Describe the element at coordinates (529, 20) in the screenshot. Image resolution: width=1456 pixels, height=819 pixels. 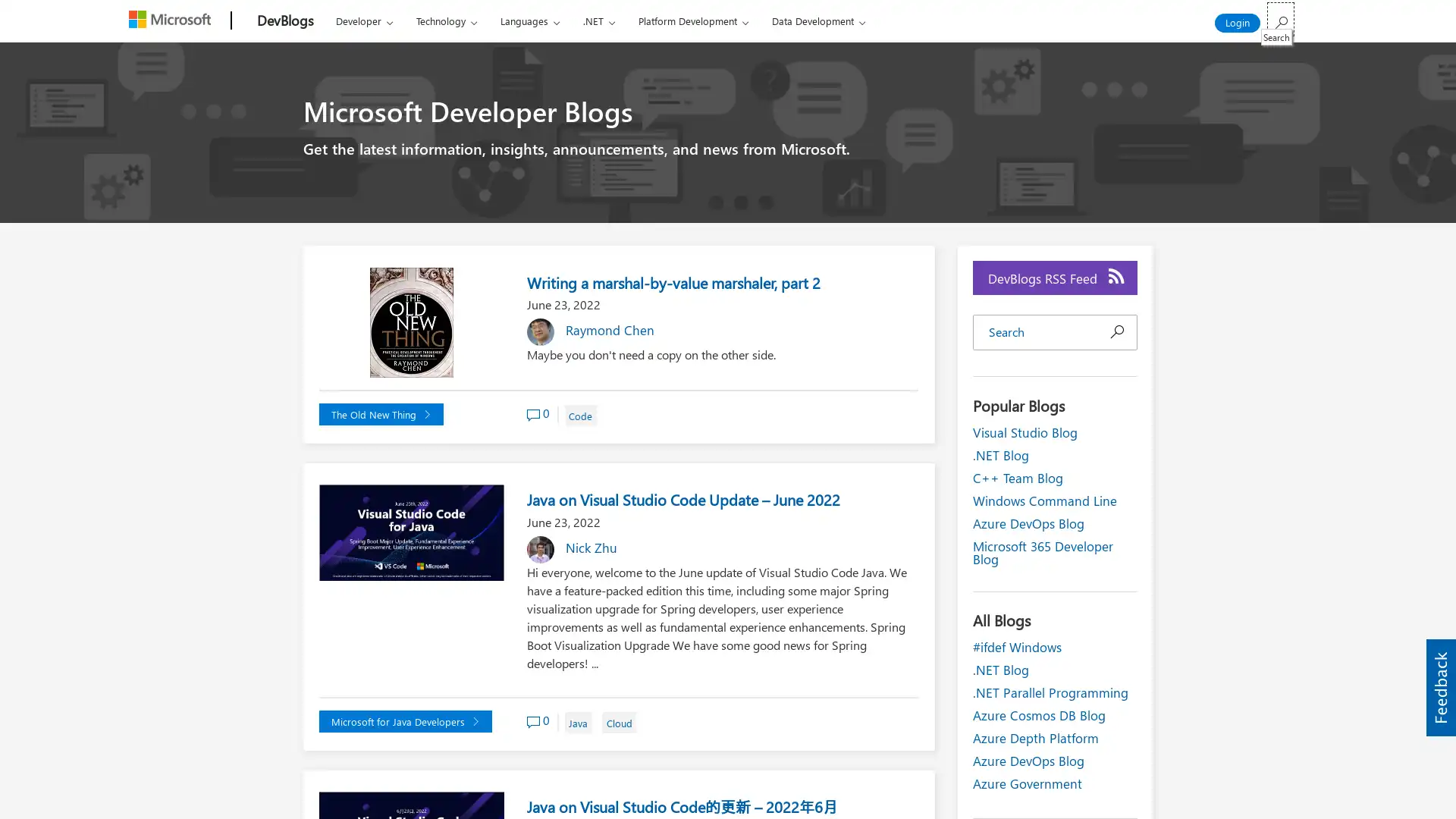
I see `Languages` at that location.